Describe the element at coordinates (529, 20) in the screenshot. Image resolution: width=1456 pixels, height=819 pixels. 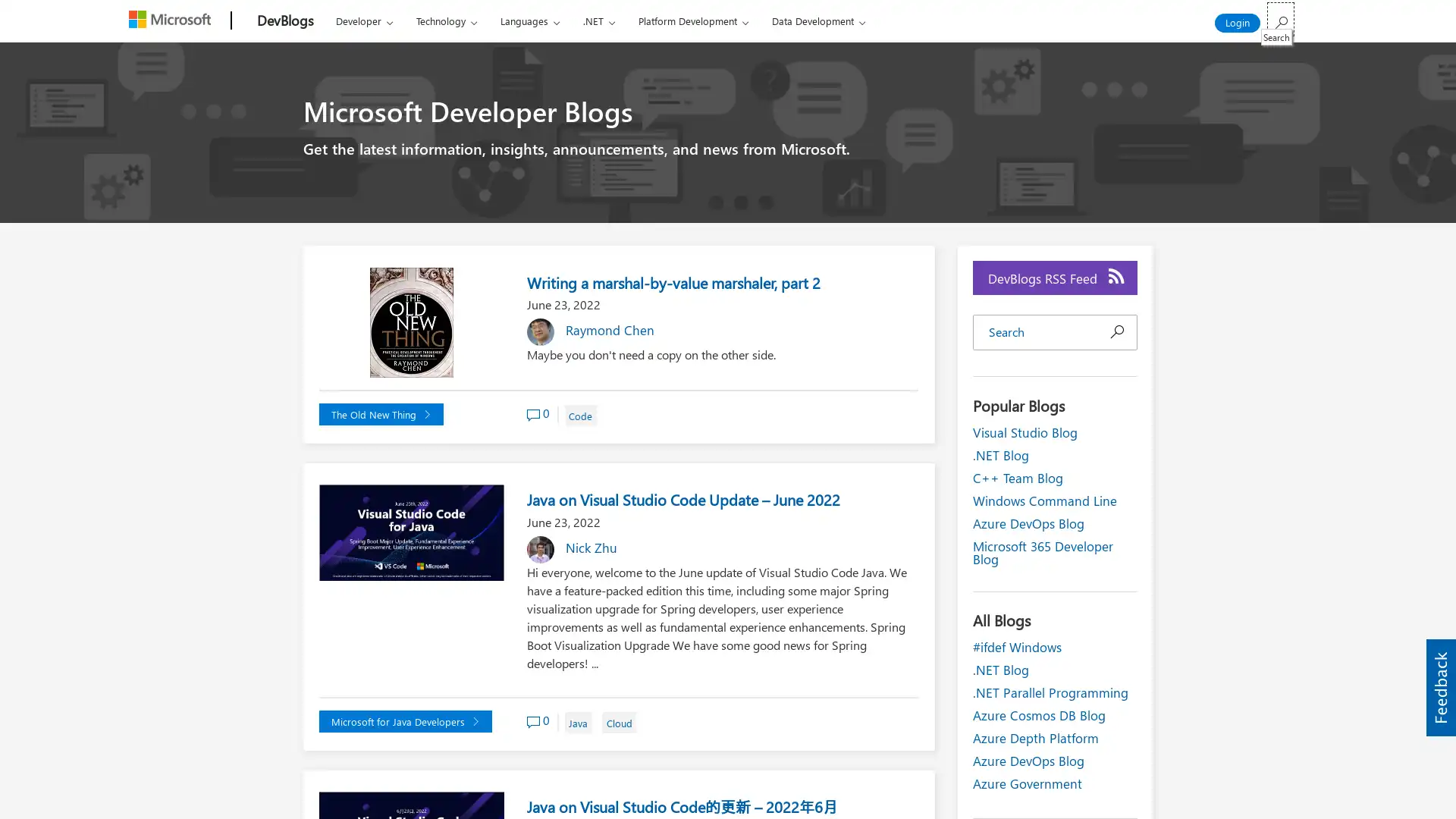
I see `Languages` at that location.